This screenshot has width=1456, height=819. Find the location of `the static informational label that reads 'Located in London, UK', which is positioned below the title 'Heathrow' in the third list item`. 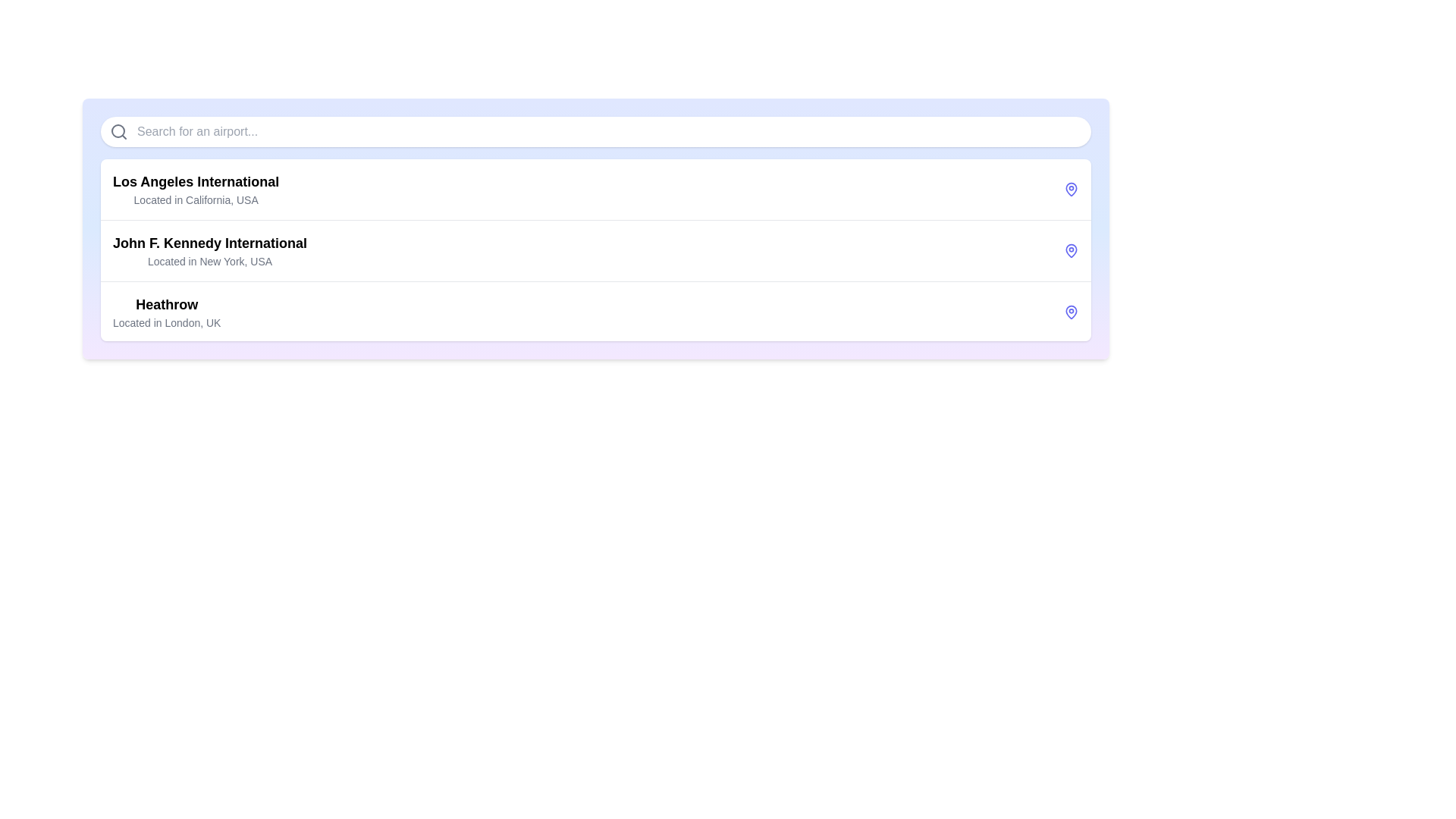

the static informational label that reads 'Located in London, UK', which is positioned below the title 'Heathrow' in the third list item is located at coordinates (167, 322).